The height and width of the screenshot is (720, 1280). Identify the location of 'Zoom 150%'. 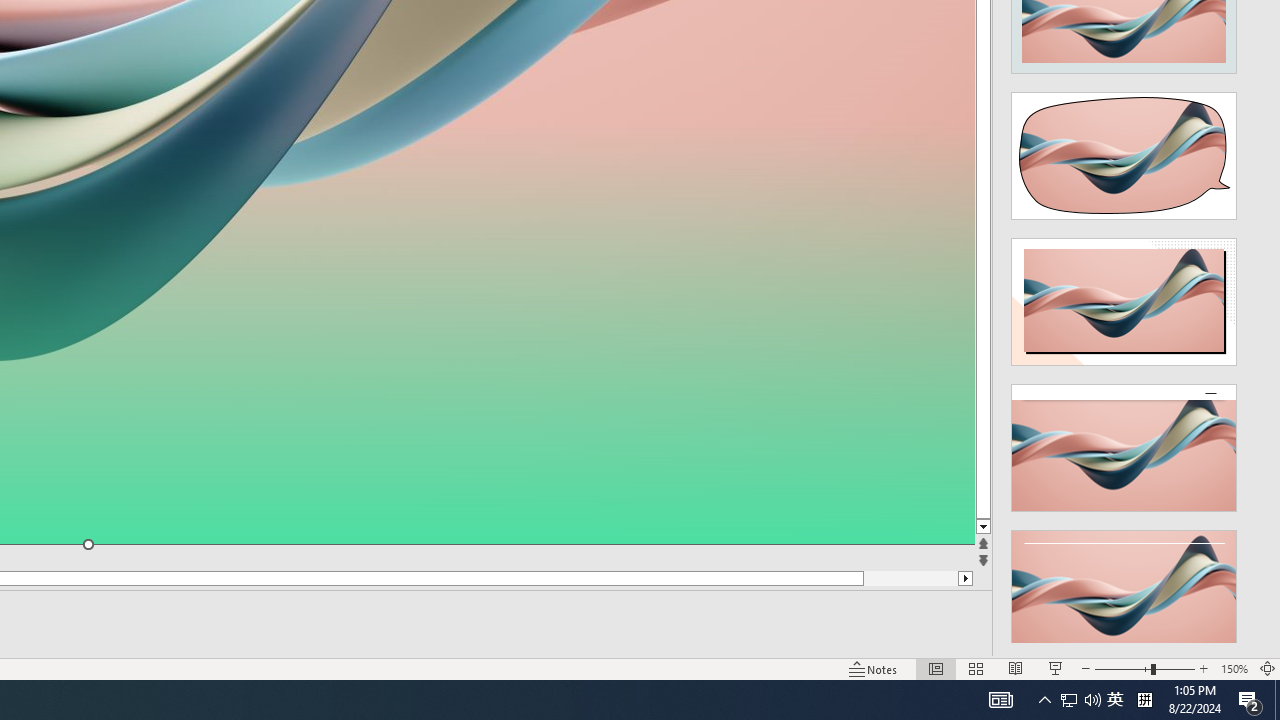
(1233, 669).